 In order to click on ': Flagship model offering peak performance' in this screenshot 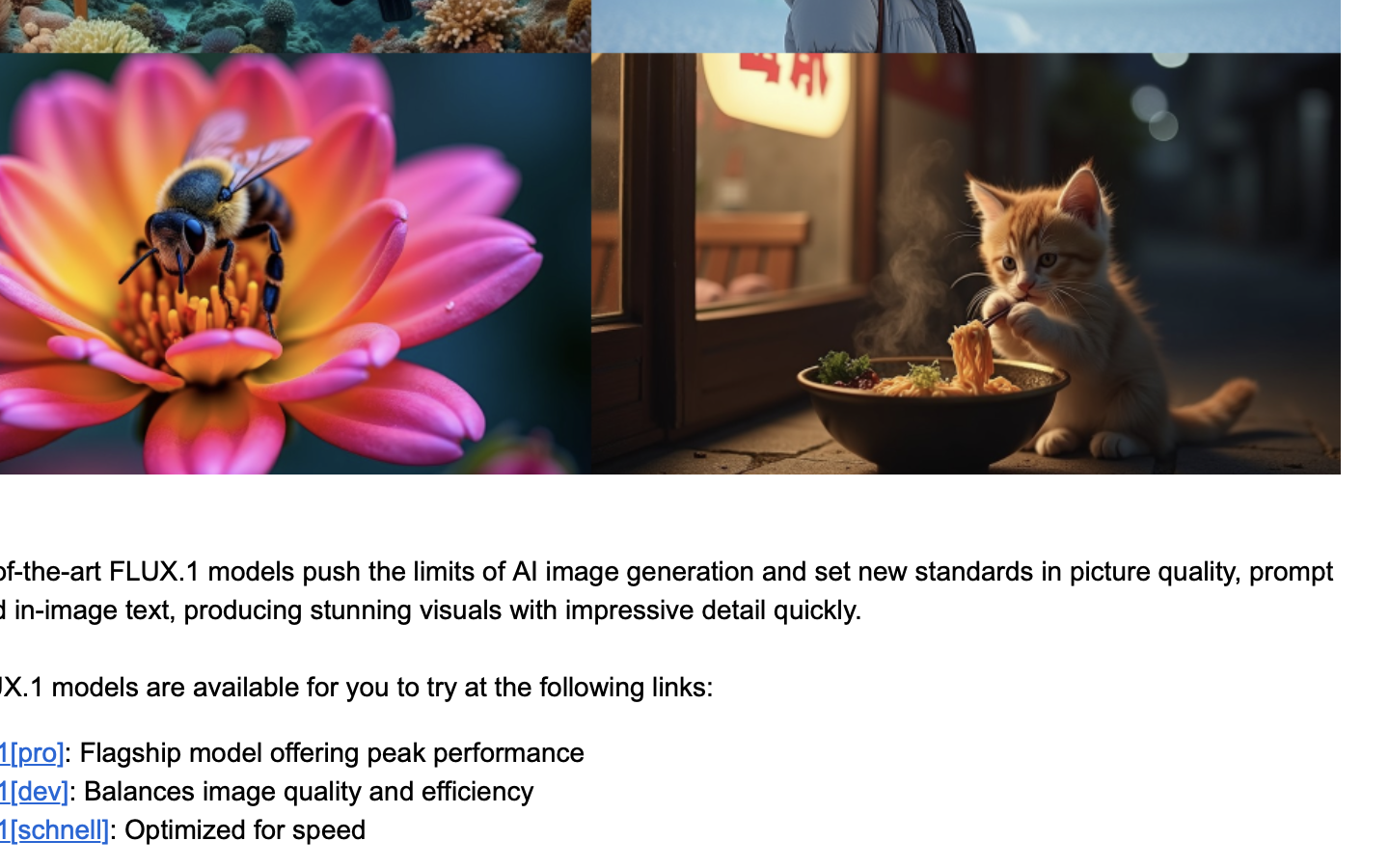, I will do `click(324, 751)`.